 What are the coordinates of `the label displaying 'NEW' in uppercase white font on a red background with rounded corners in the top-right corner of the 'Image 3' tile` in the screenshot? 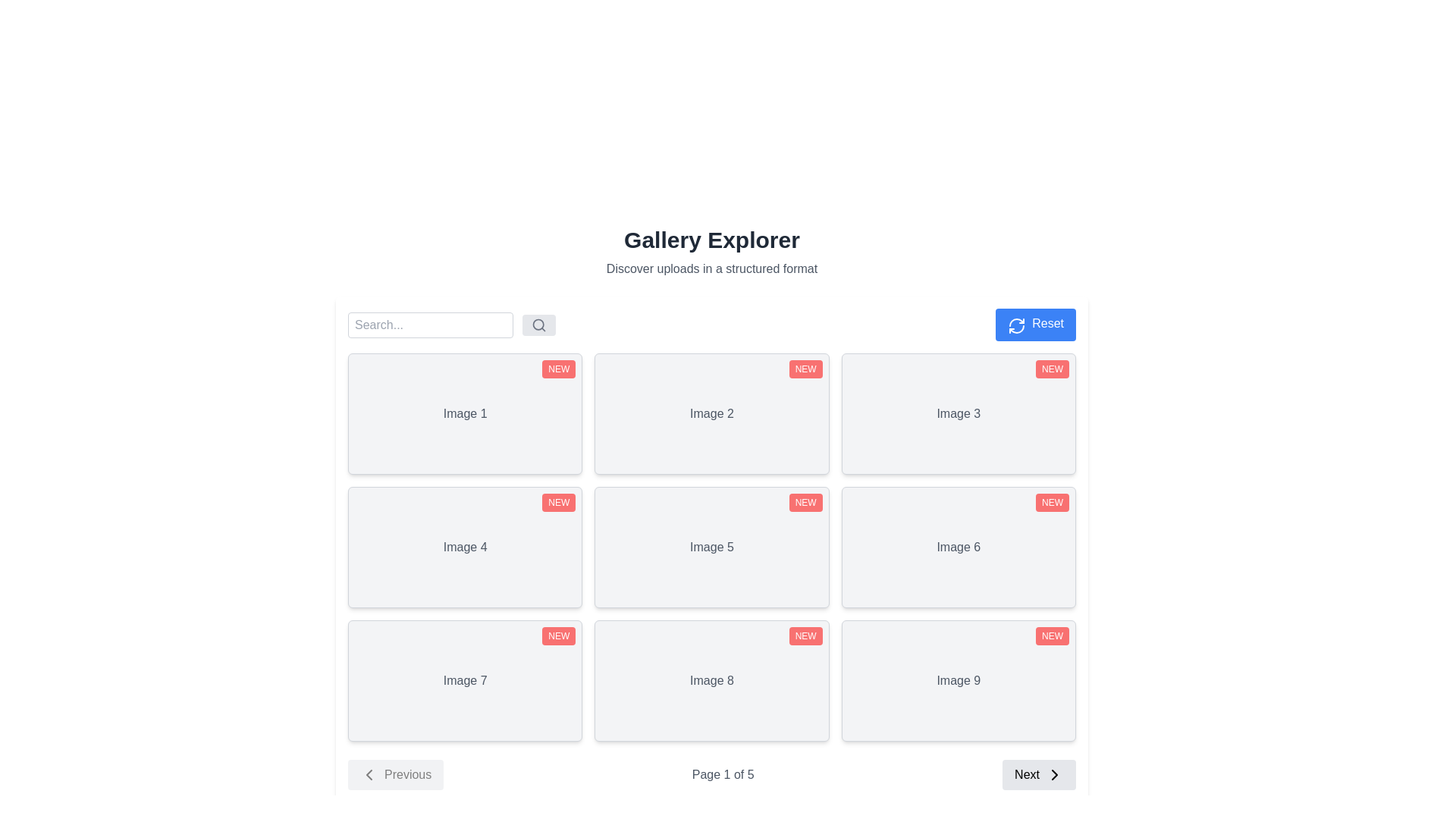 It's located at (1051, 369).